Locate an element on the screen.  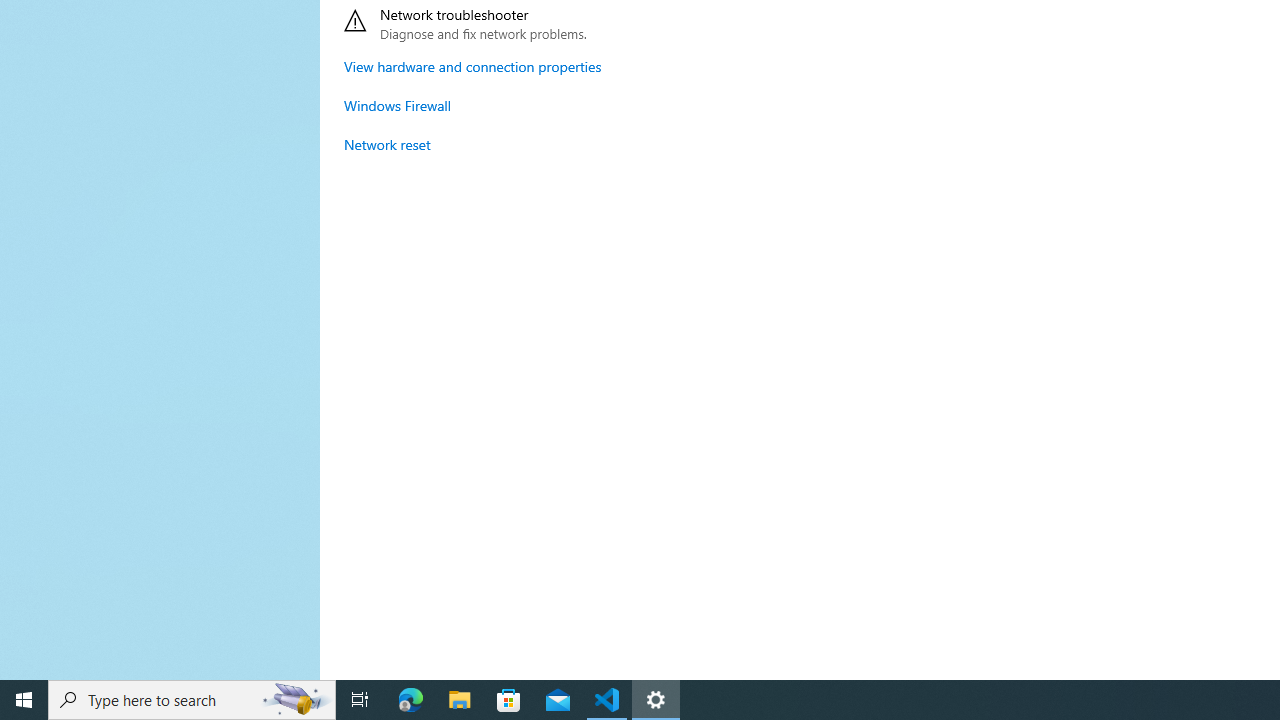
'Windows Firewall' is located at coordinates (398, 105).